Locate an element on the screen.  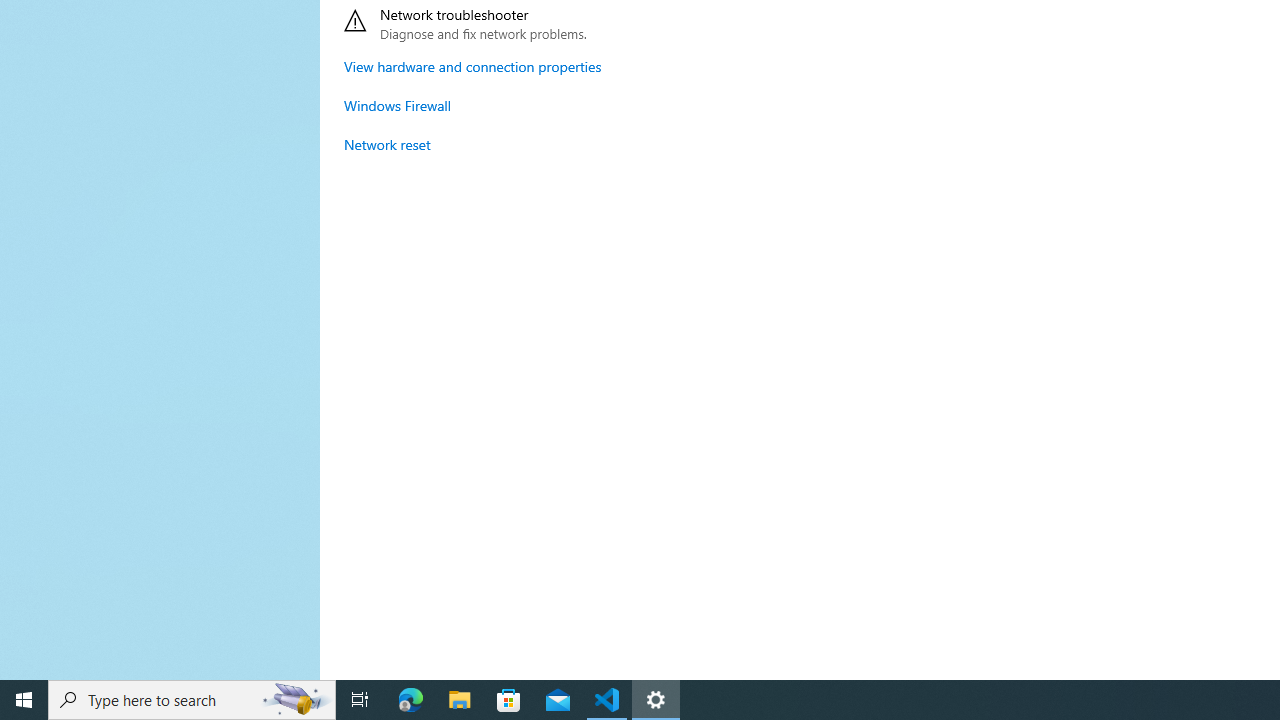
'Windows Firewall' is located at coordinates (398, 105).